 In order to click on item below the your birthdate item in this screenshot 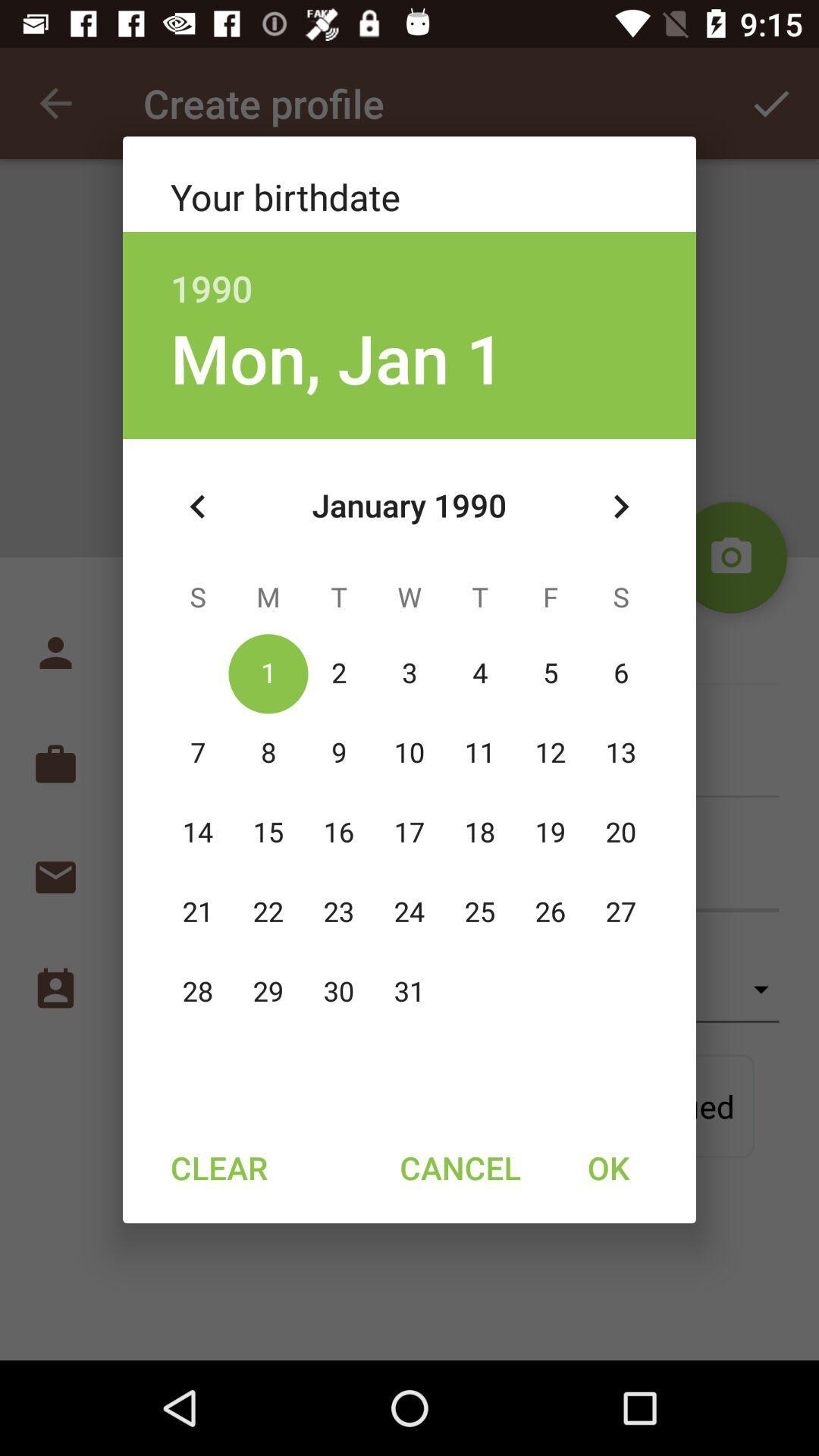, I will do `click(409, 272)`.